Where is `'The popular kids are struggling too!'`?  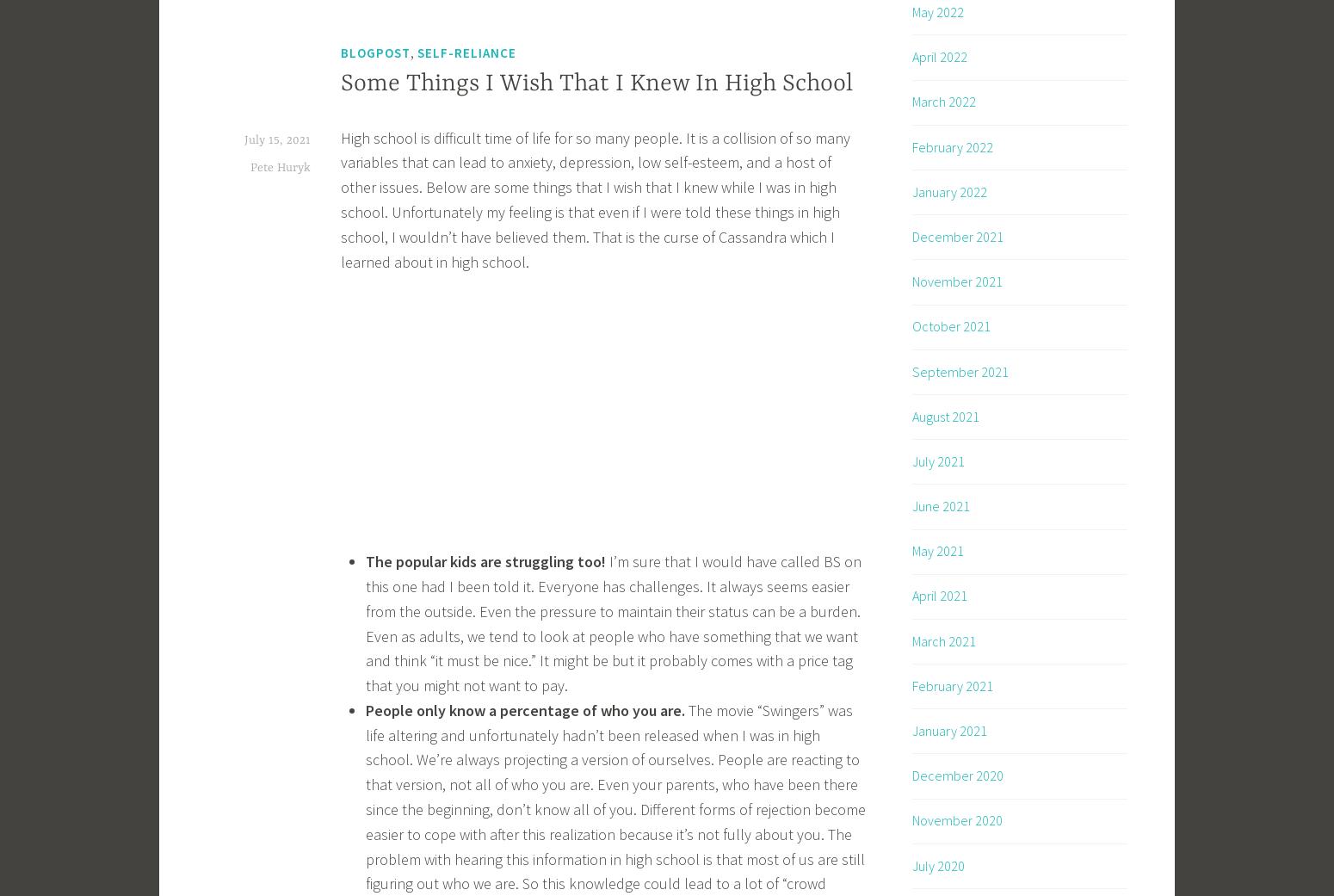
'The popular kids are struggling too!' is located at coordinates (486, 560).